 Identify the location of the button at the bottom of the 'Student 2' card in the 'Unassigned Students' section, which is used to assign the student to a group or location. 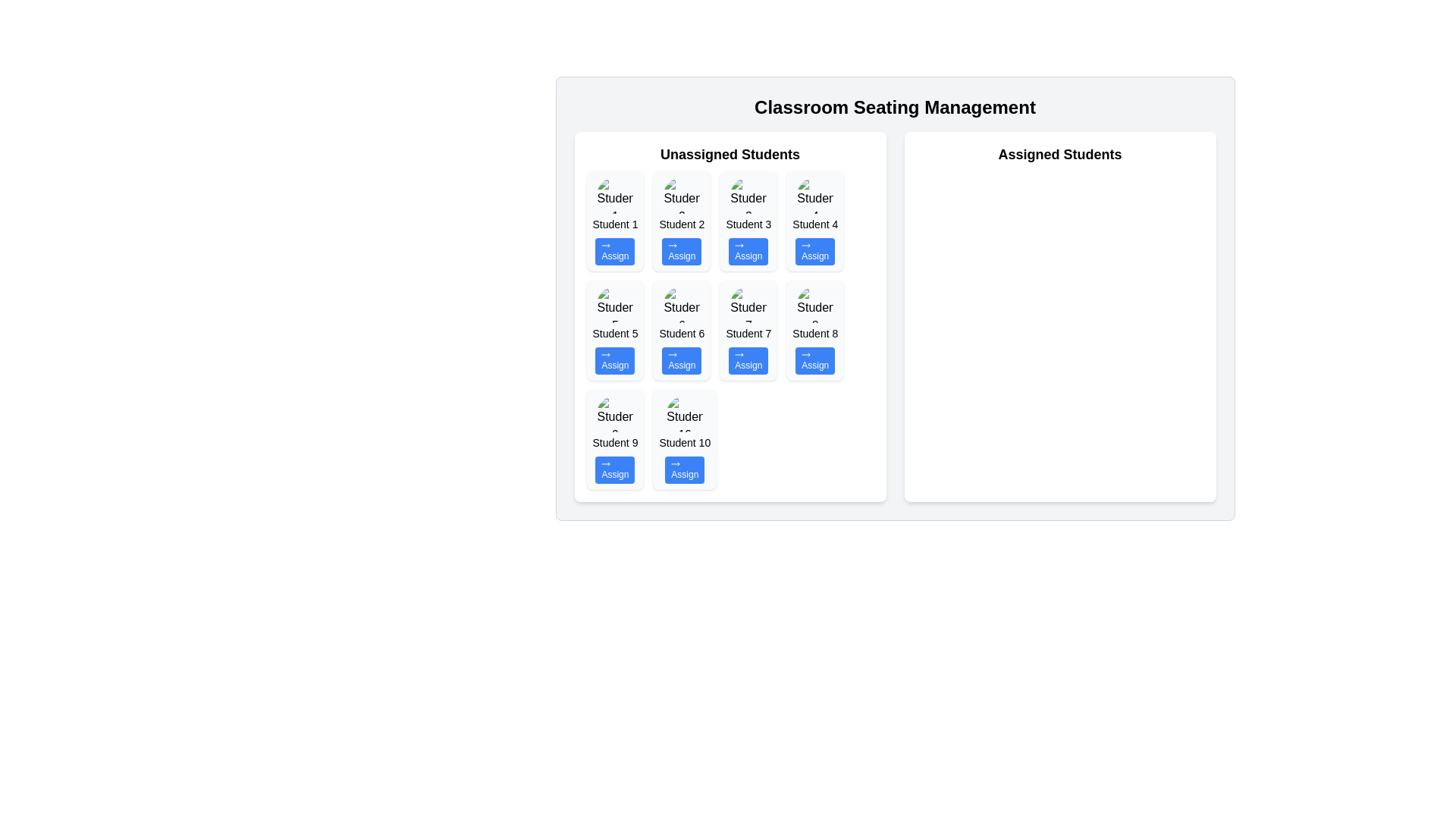
(681, 250).